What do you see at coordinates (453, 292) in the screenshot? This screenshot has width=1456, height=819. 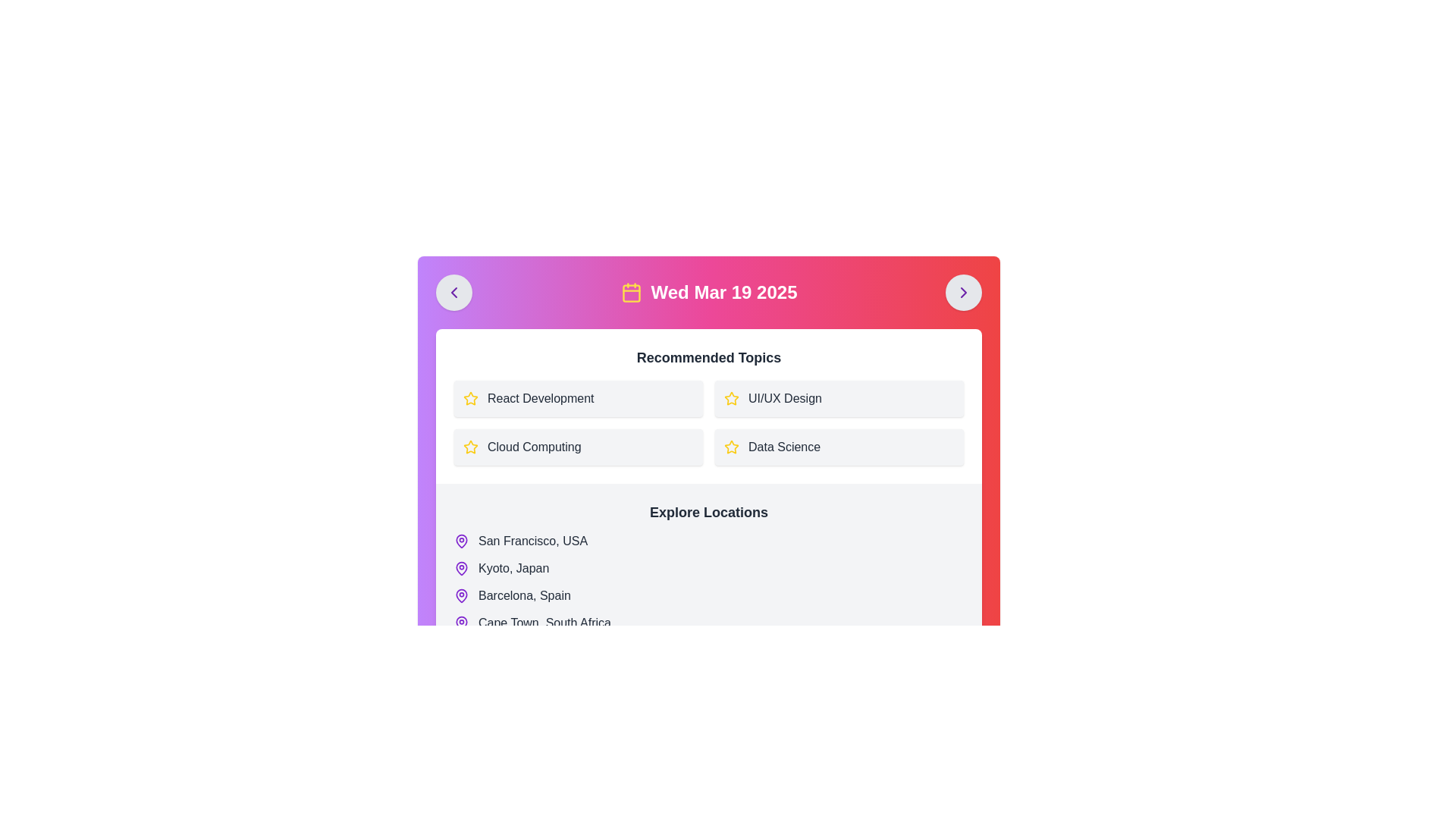 I see `the circular button with a gray background and a purple left-arrow icon to trigger the hover effect` at bounding box center [453, 292].